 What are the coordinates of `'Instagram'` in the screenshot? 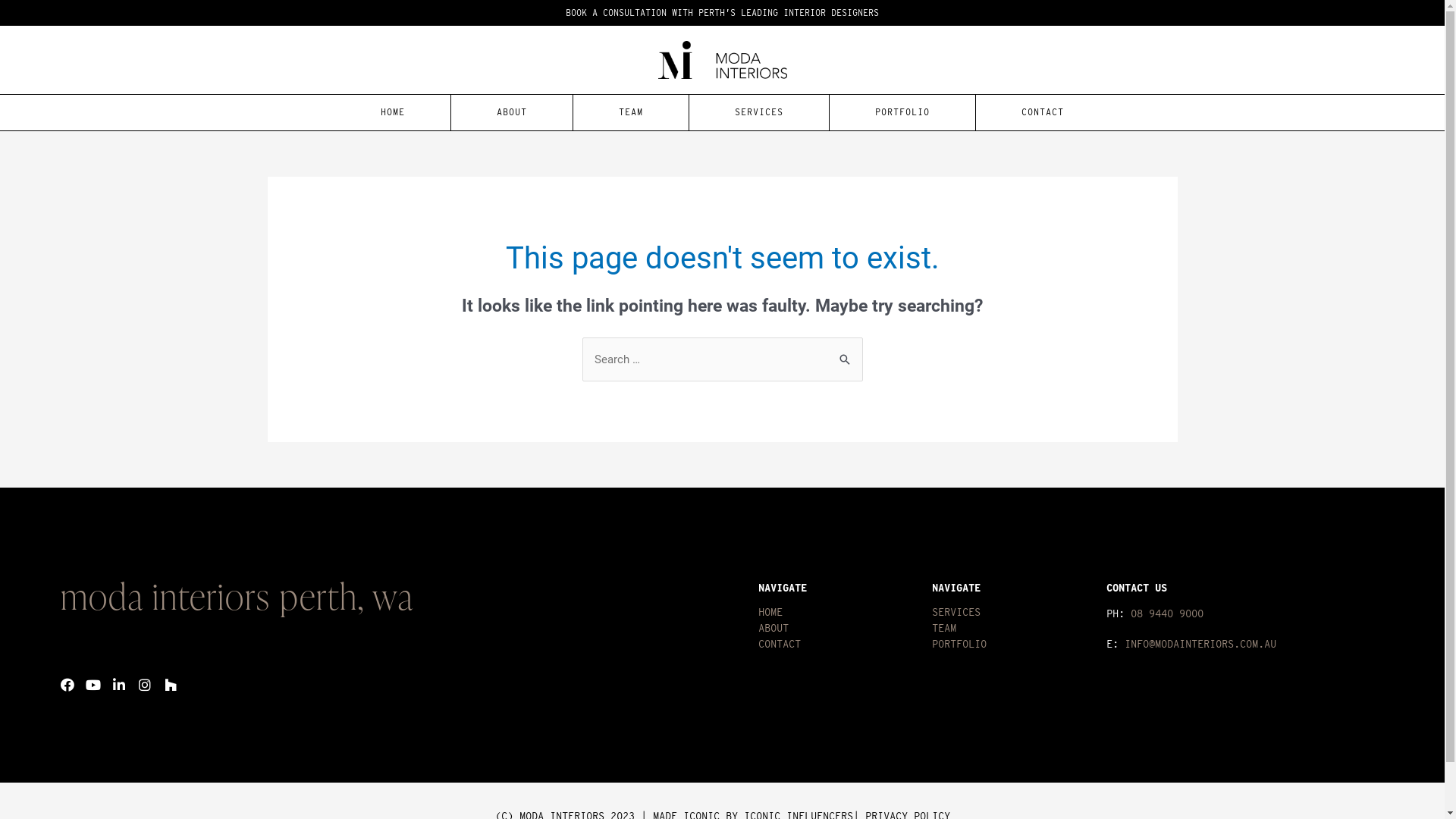 It's located at (145, 684).